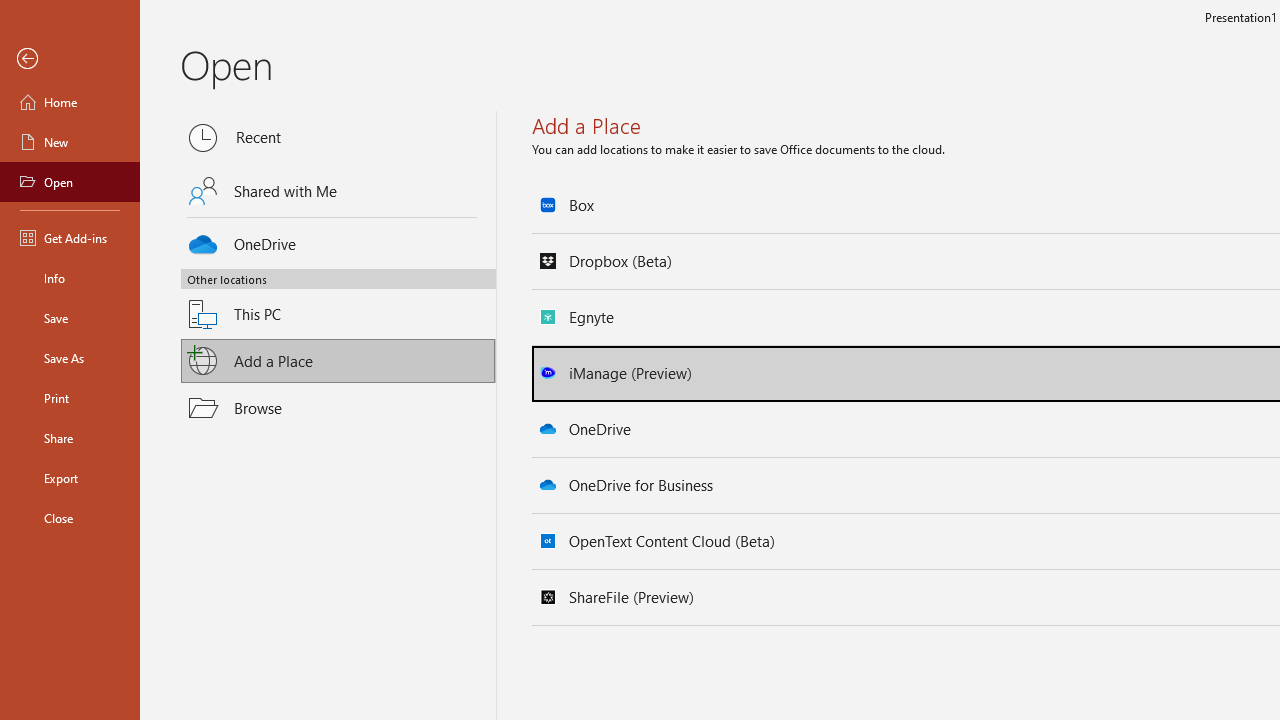 The height and width of the screenshot is (720, 1280). Describe the element at coordinates (69, 277) in the screenshot. I see `'Info'` at that location.